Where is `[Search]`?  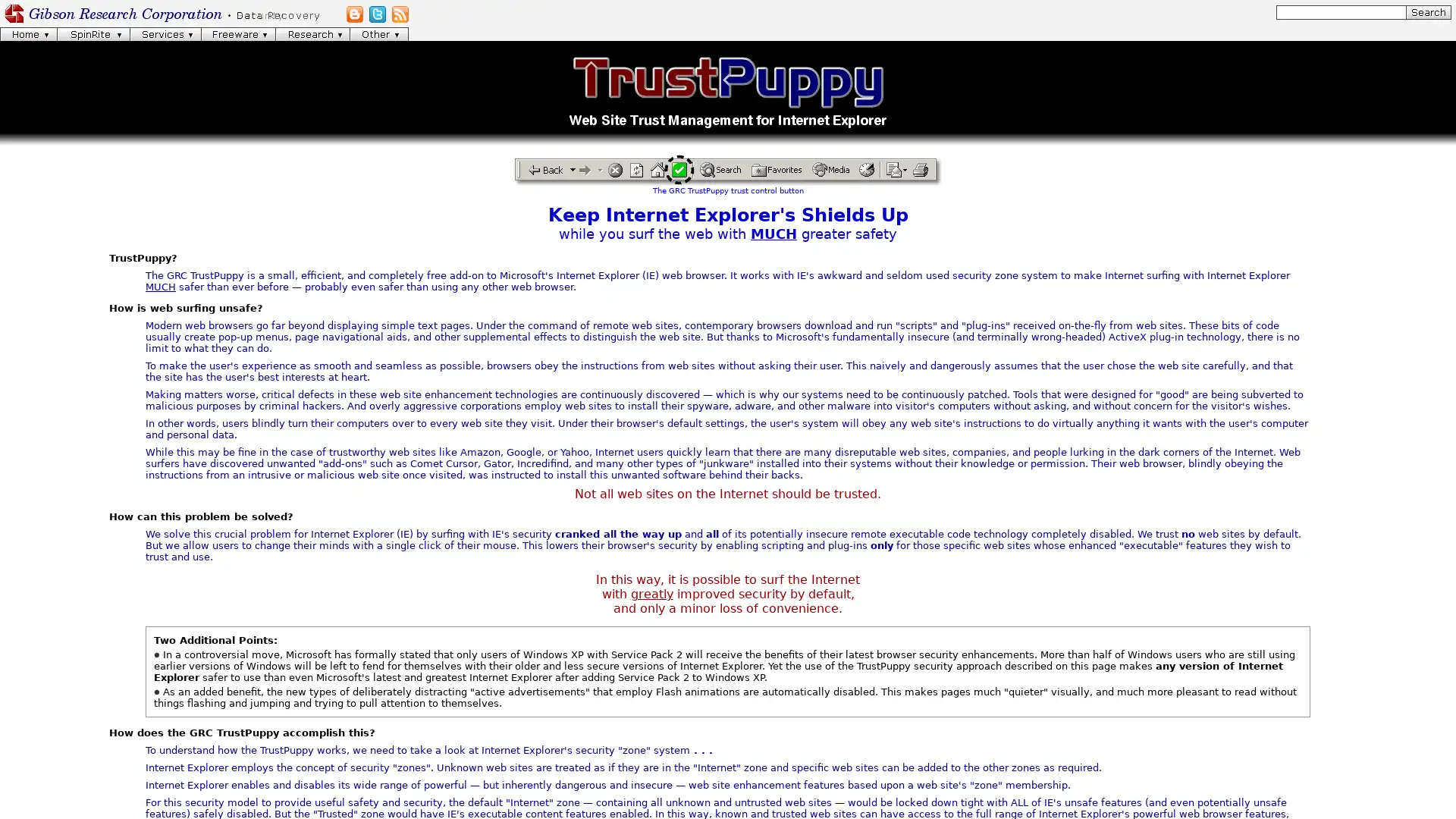 [Search] is located at coordinates (1427, 12).